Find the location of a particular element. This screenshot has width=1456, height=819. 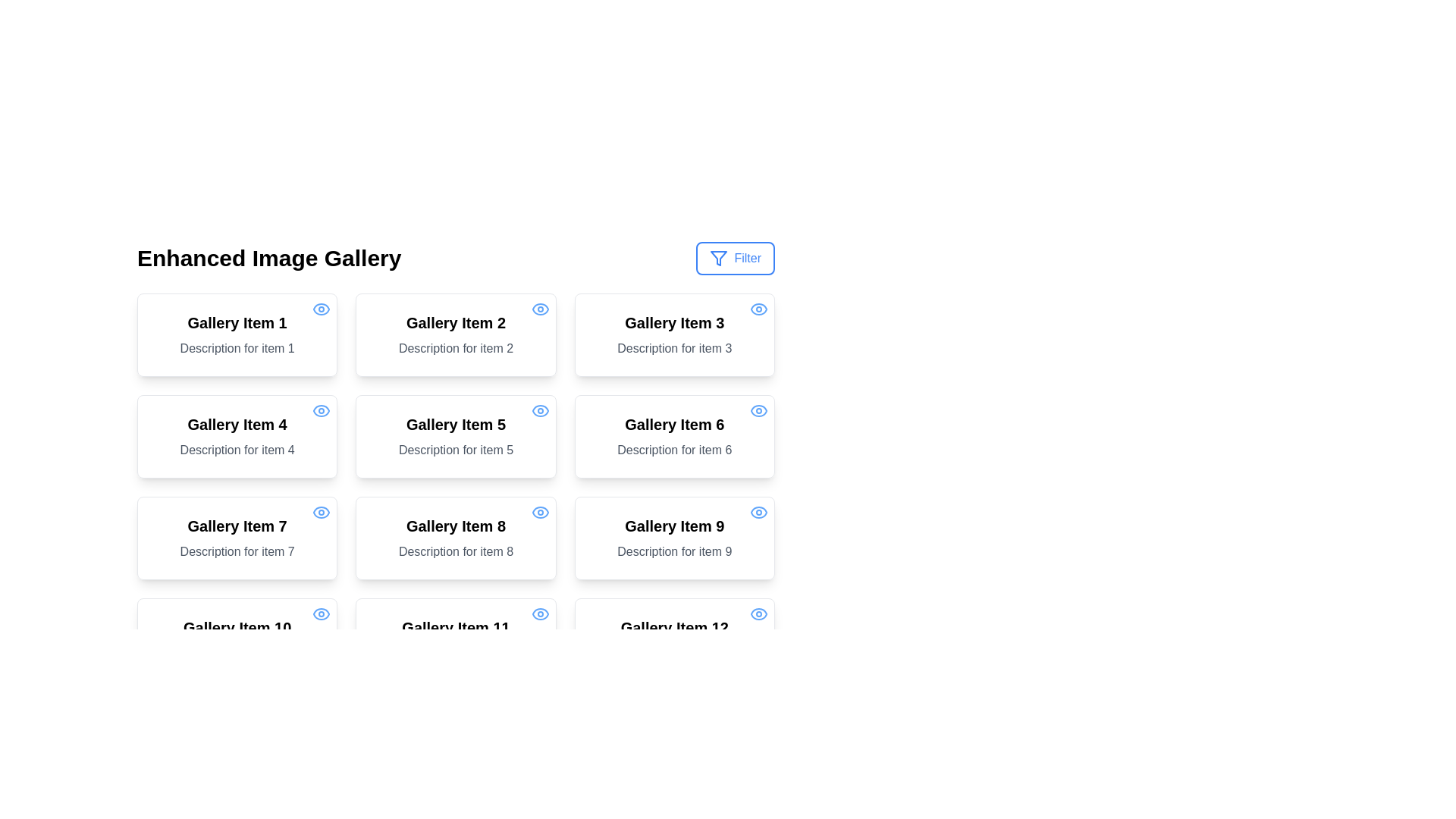

descriptive text label located below the header 'Gallery Item 3' within the bordered and rounded rectangular card representing 'Gallery Item 3' is located at coordinates (673, 348).